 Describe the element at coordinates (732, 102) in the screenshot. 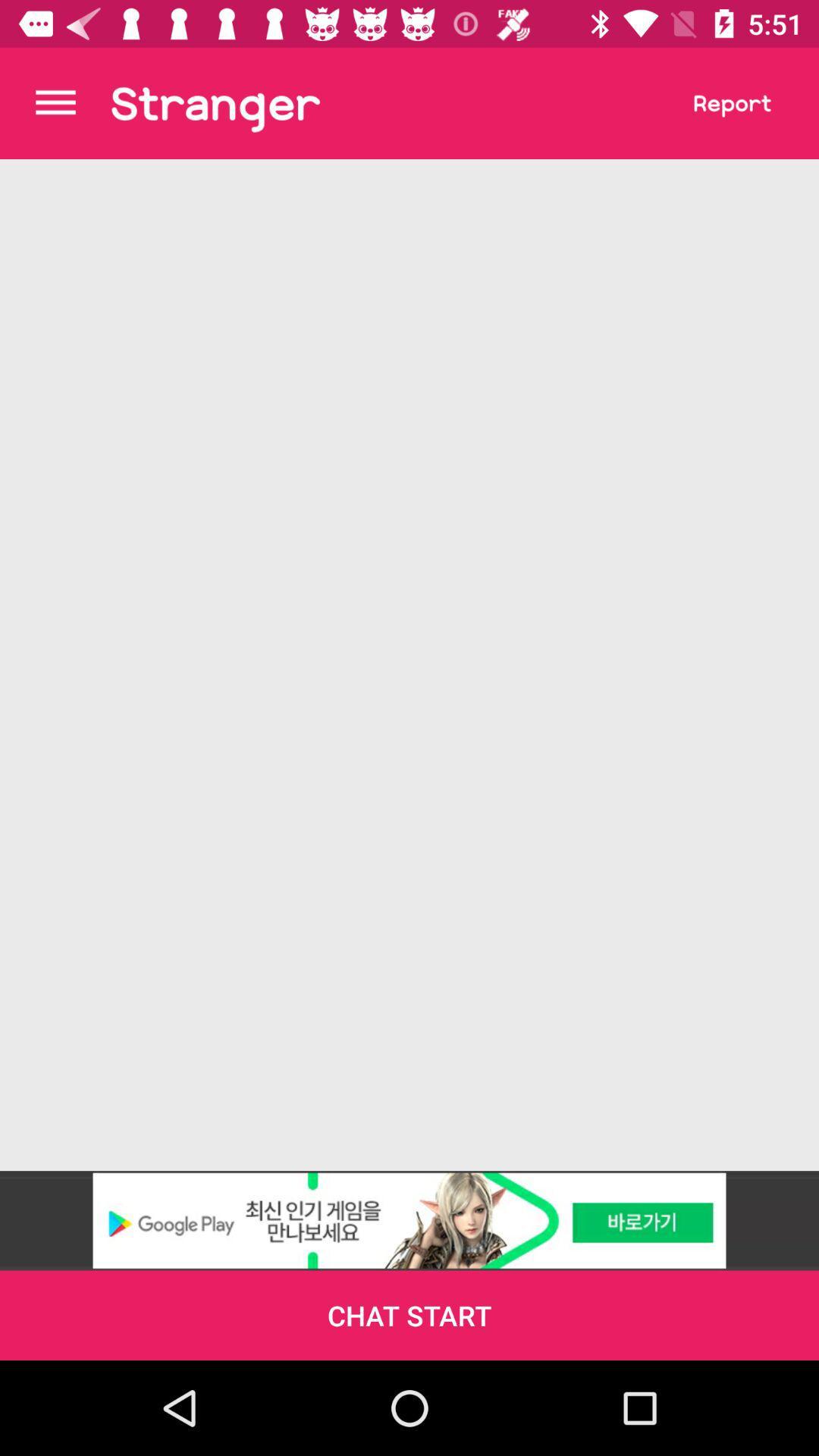

I see `report link` at that location.